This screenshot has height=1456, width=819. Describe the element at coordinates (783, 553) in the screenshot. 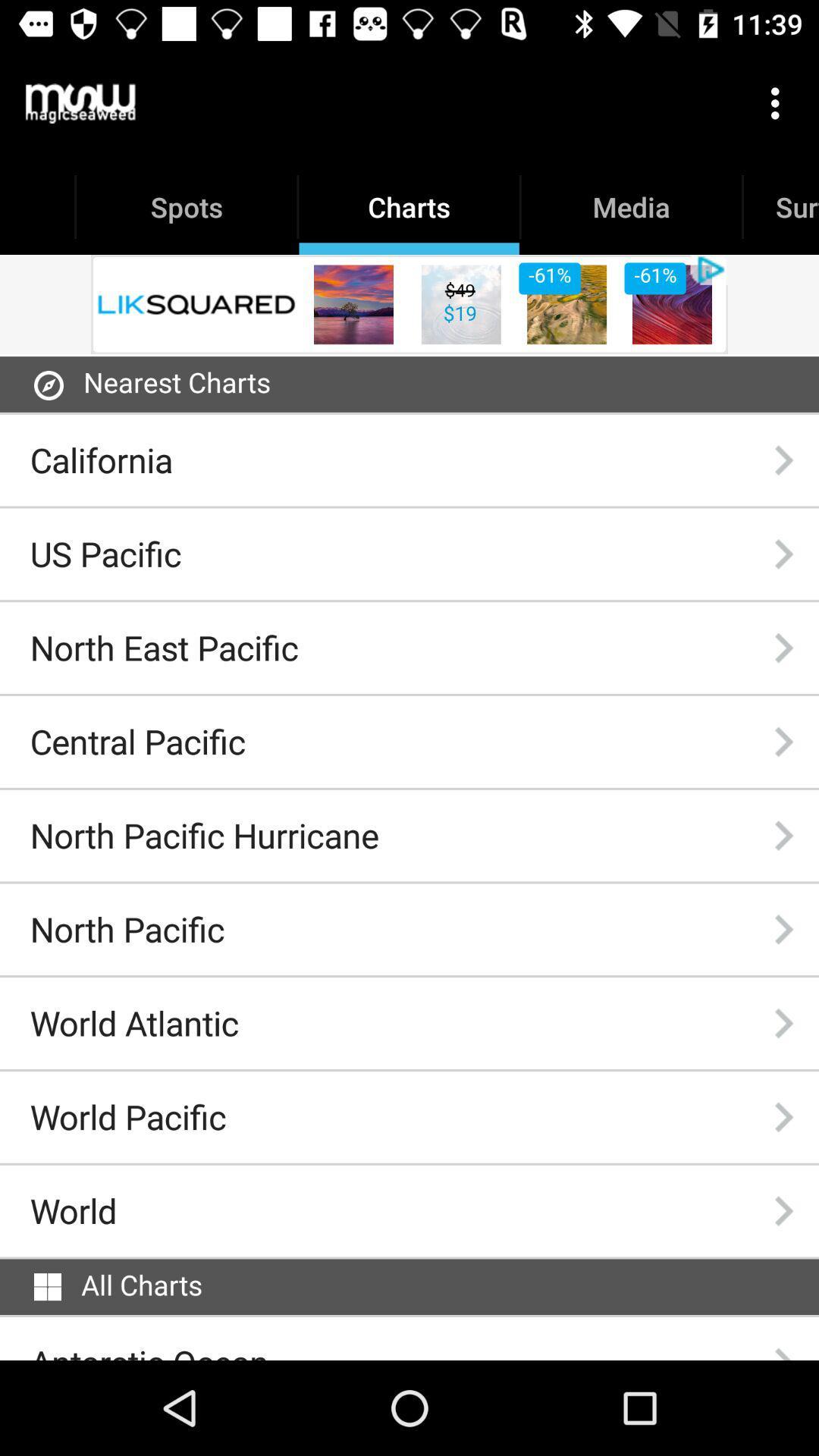

I see `the item next to us pacific icon` at that location.